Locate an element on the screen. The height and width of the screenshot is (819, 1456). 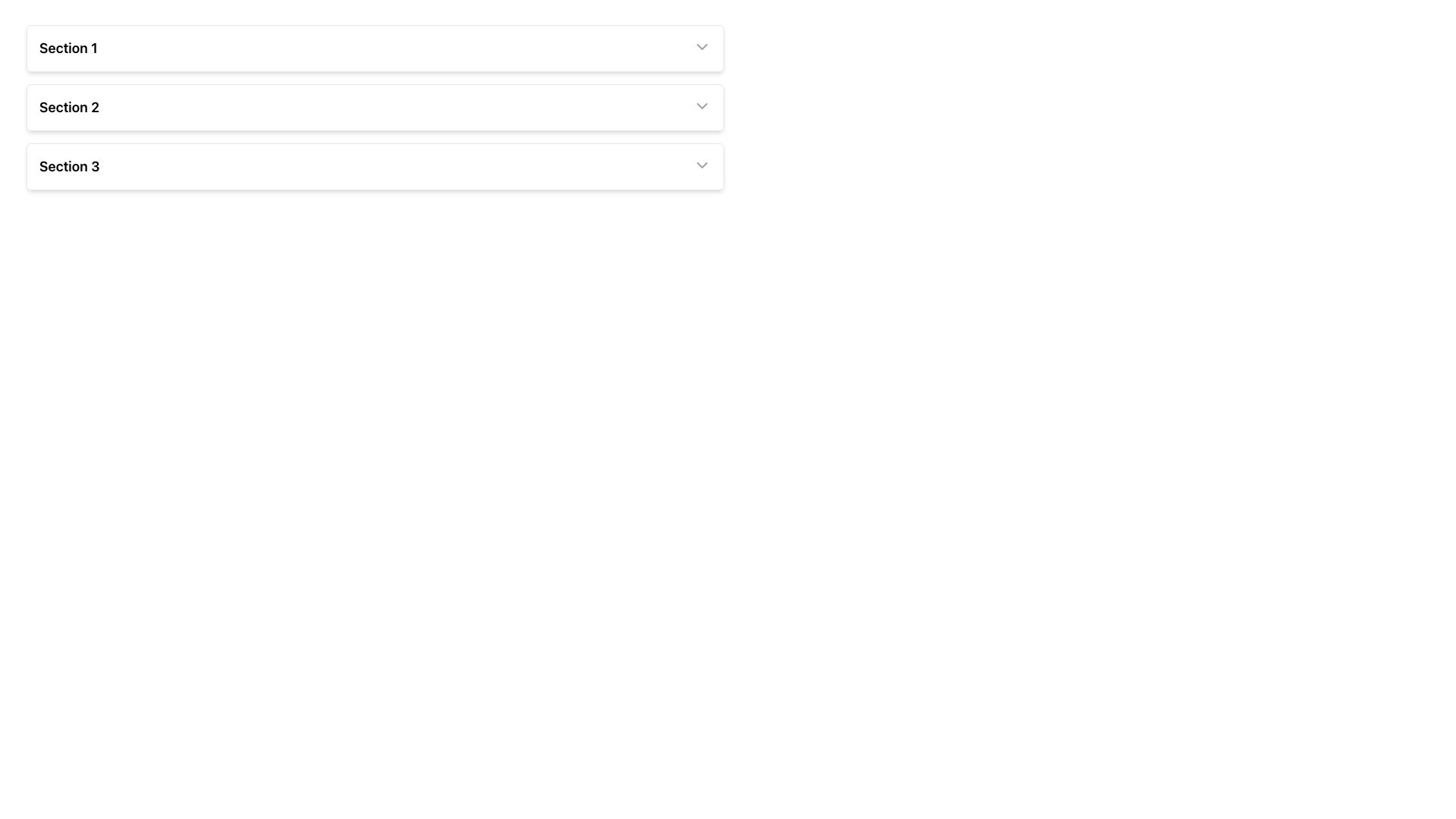
the downward-pointing chevron icon in the header of 'Section 3' is located at coordinates (701, 165).